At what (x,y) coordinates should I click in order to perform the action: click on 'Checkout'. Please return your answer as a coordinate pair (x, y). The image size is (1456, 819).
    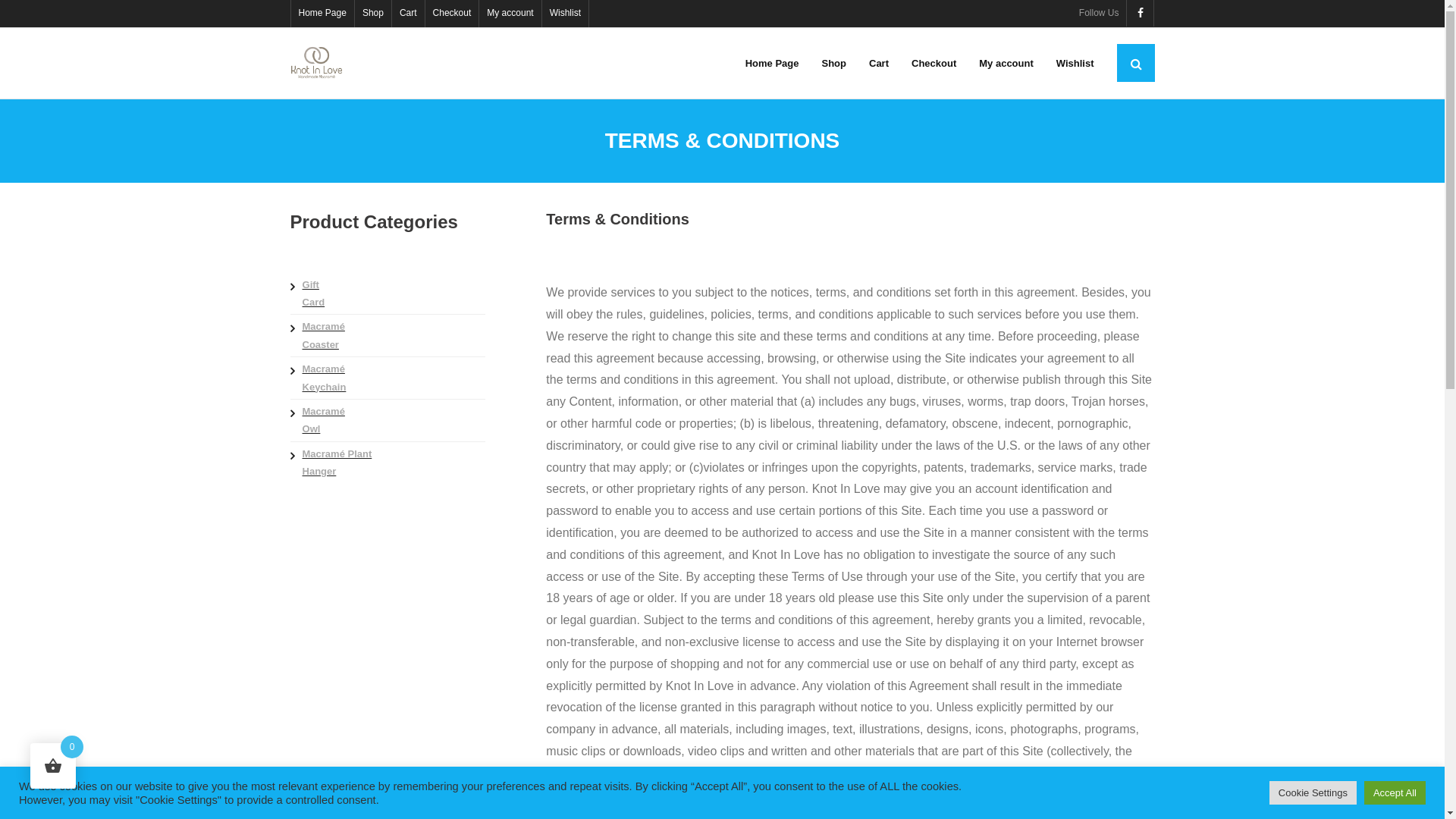
    Looking at the image, I should click on (933, 62).